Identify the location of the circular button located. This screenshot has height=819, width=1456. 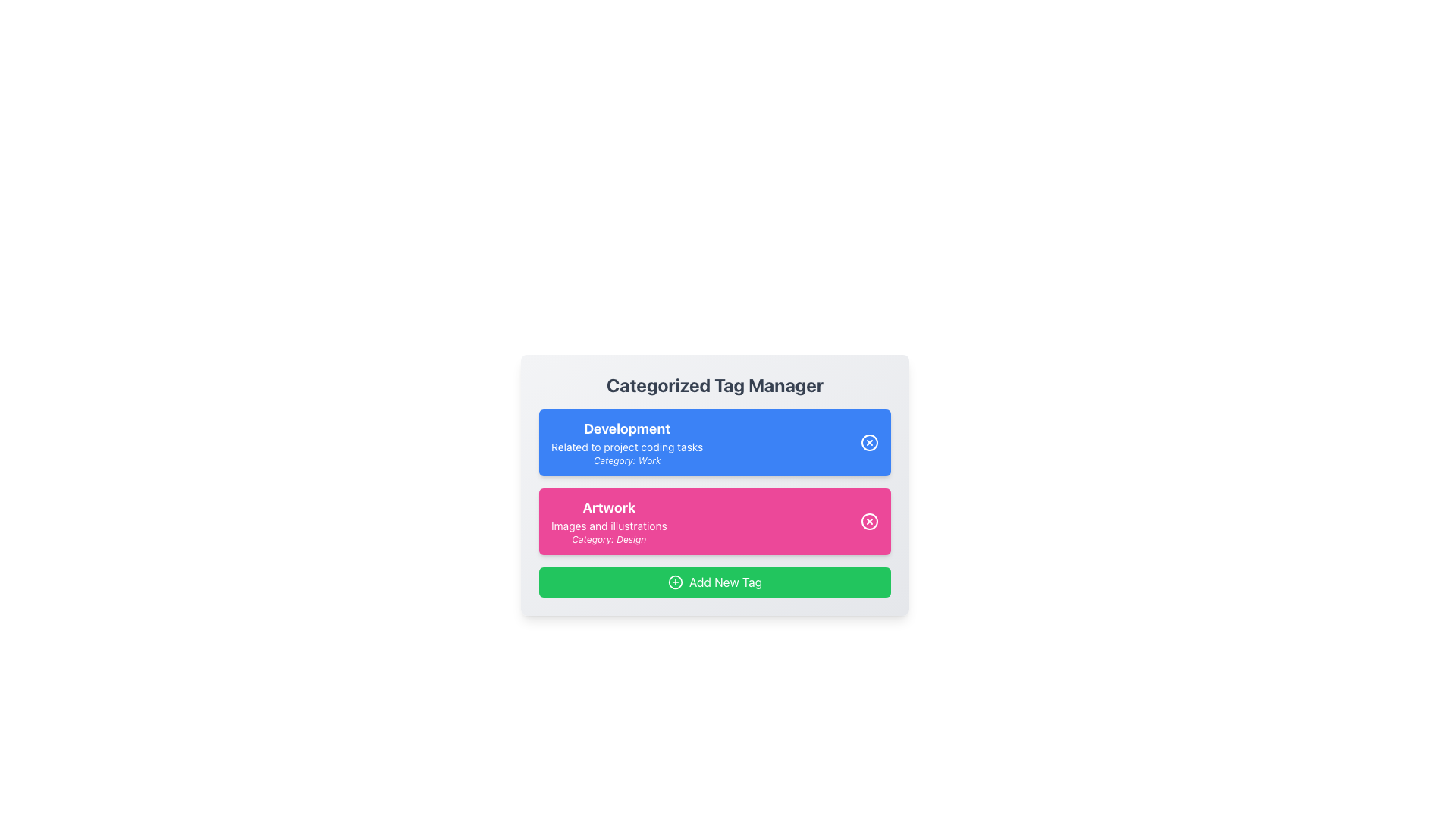
(870, 520).